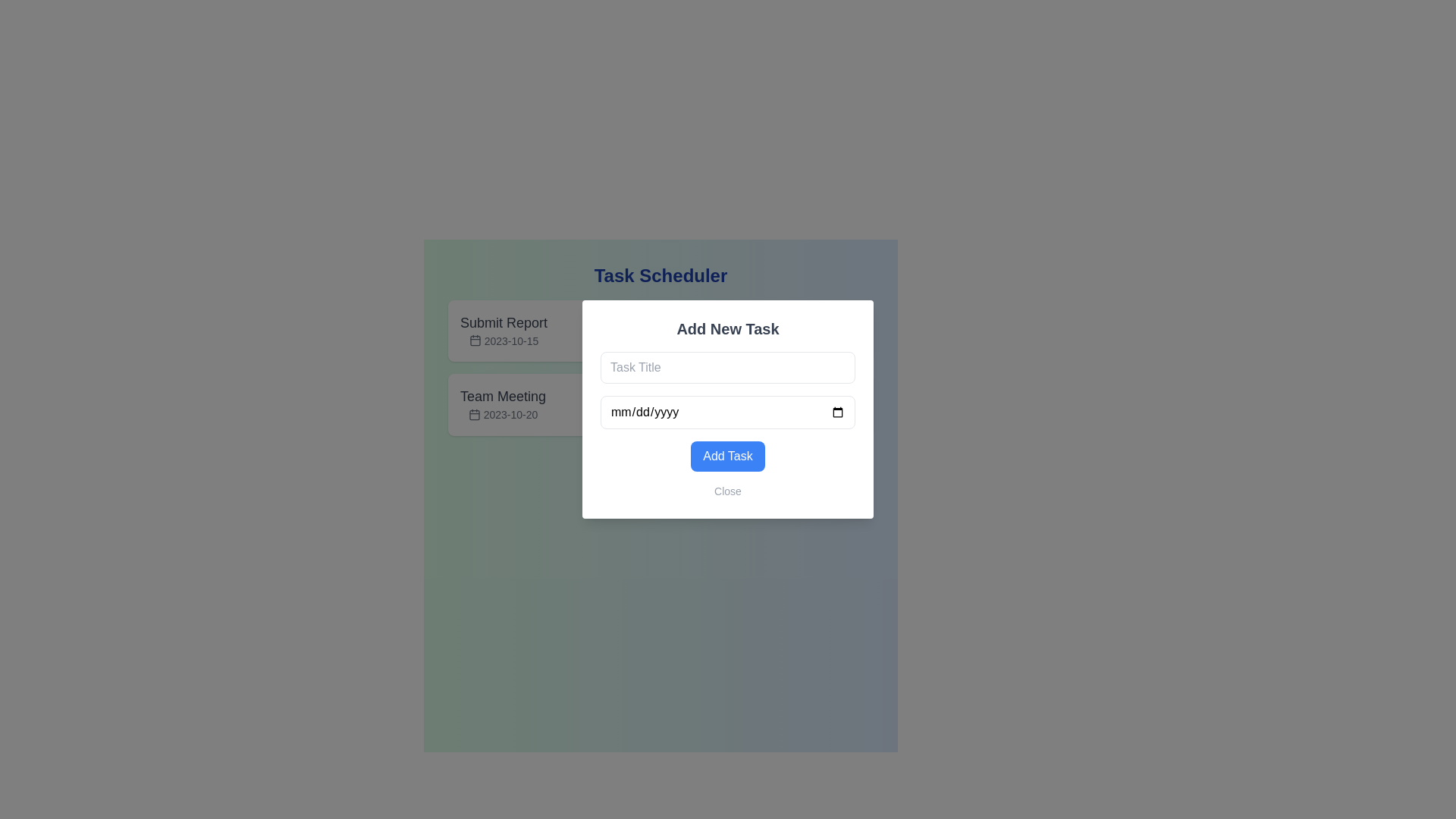 Image resolution: width=1456 pixels, height=819 pixels. Describe the element at coordinates (474, 340) in the screenshot. I see `the rounded rectangle that is part of the calendar icon, located to the left of the 'mm/dd/yyyy' text field` at that location.